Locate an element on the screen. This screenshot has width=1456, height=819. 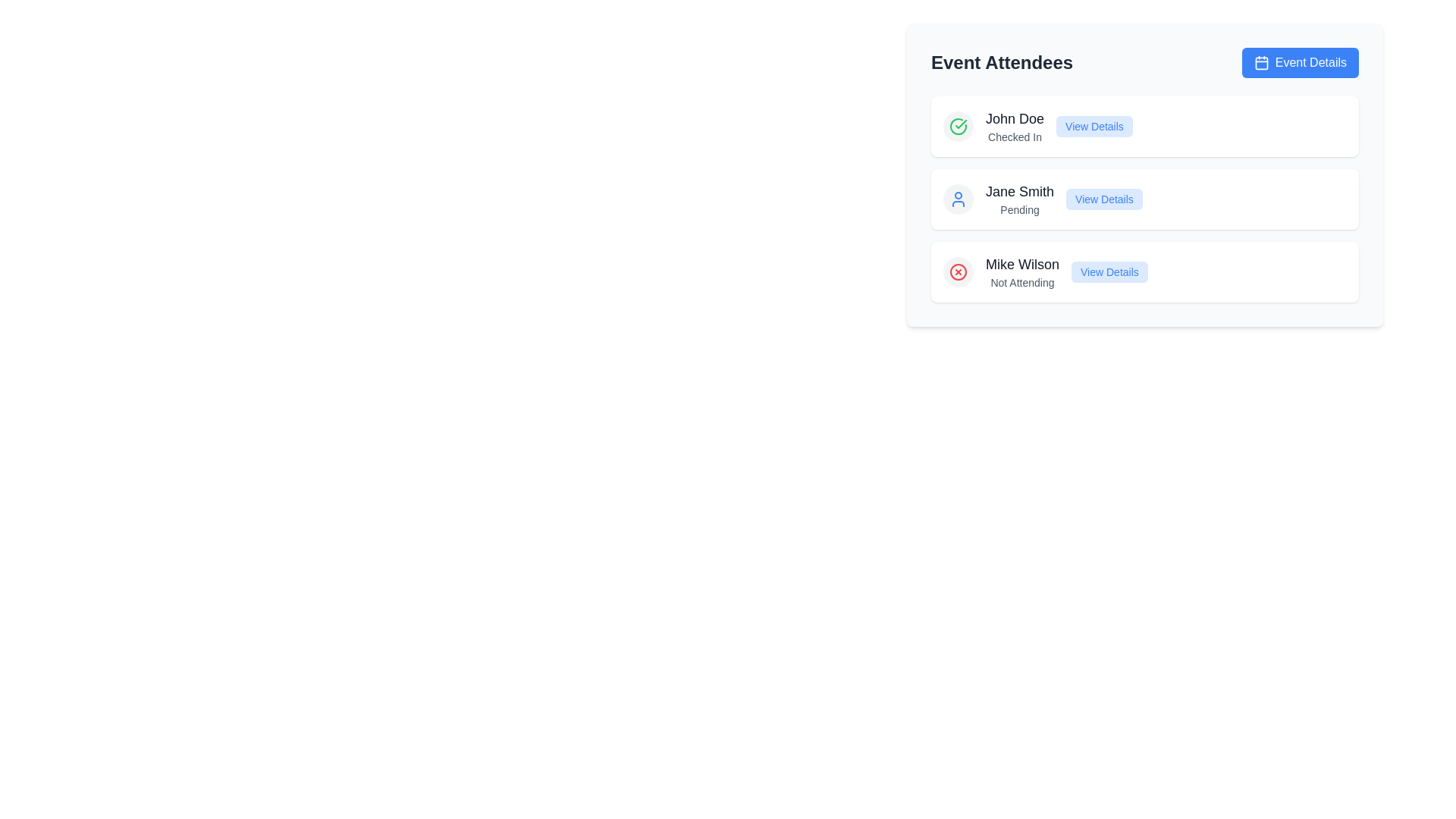
the attendee name text label located under the 'Event Attendees' section, which is positioned centrally in the row next to a green checkmark icon is located at coordinates (1015, 118).